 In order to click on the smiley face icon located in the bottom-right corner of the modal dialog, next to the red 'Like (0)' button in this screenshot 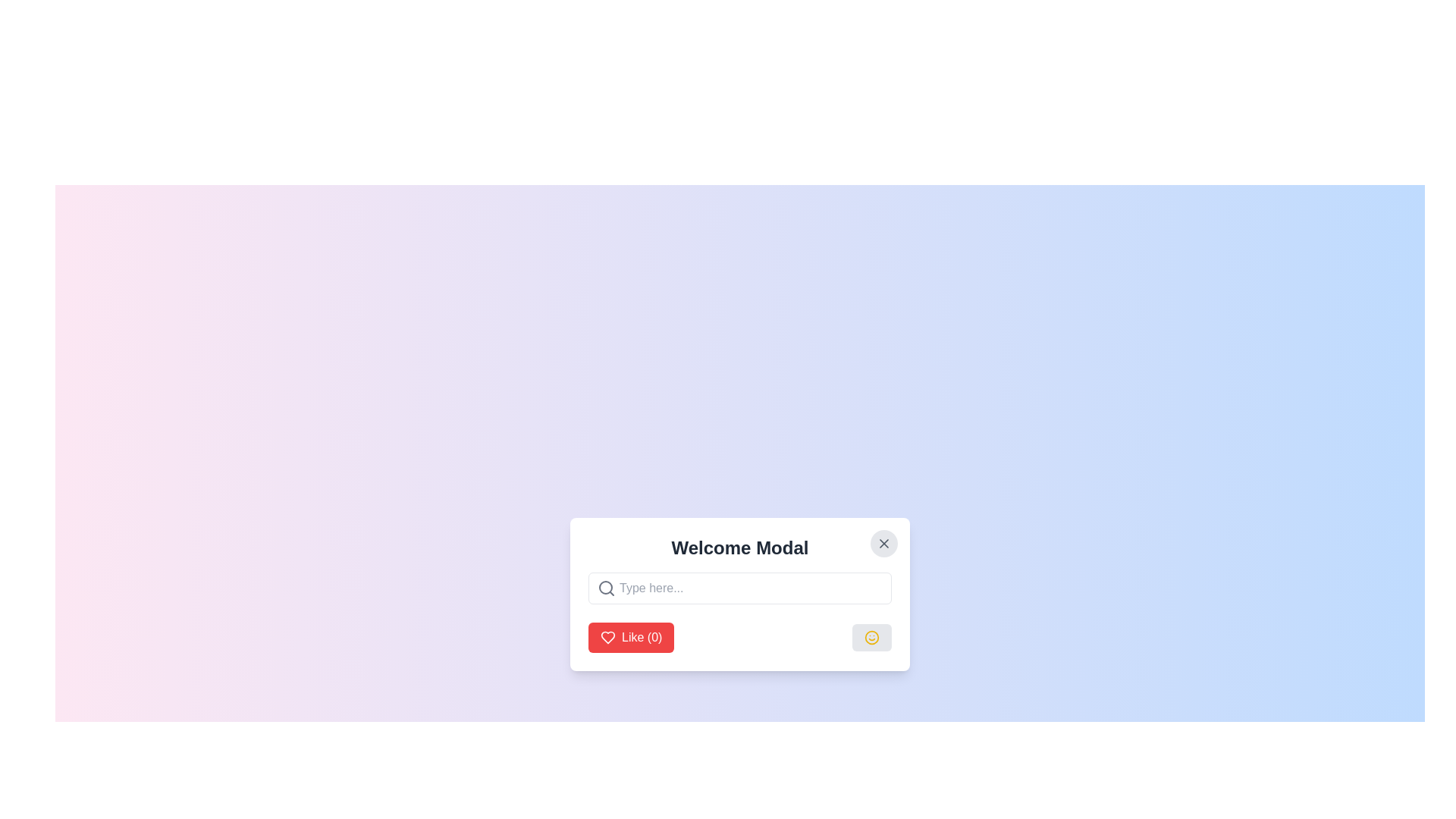, I will do `click(872, 637)`.